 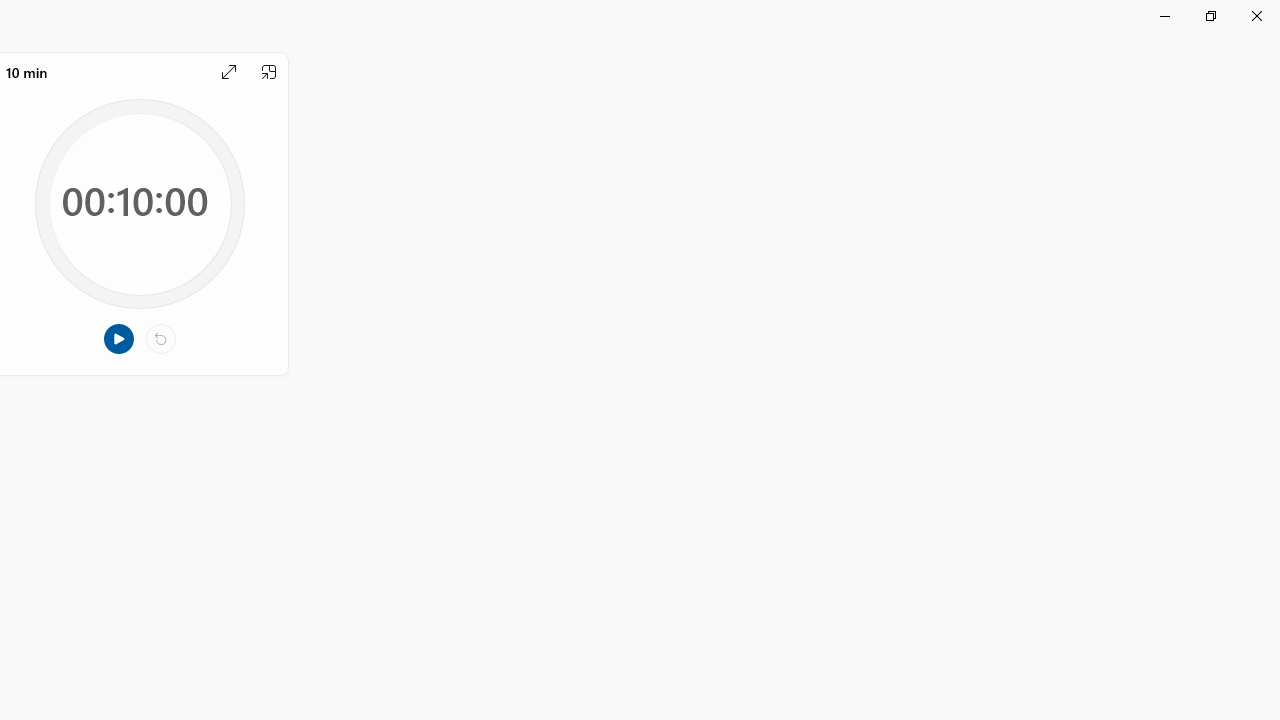 What do you see at coordinates (161, 338) in the screenshot?
I see `'Reset'` at bounding box center [161, 338].